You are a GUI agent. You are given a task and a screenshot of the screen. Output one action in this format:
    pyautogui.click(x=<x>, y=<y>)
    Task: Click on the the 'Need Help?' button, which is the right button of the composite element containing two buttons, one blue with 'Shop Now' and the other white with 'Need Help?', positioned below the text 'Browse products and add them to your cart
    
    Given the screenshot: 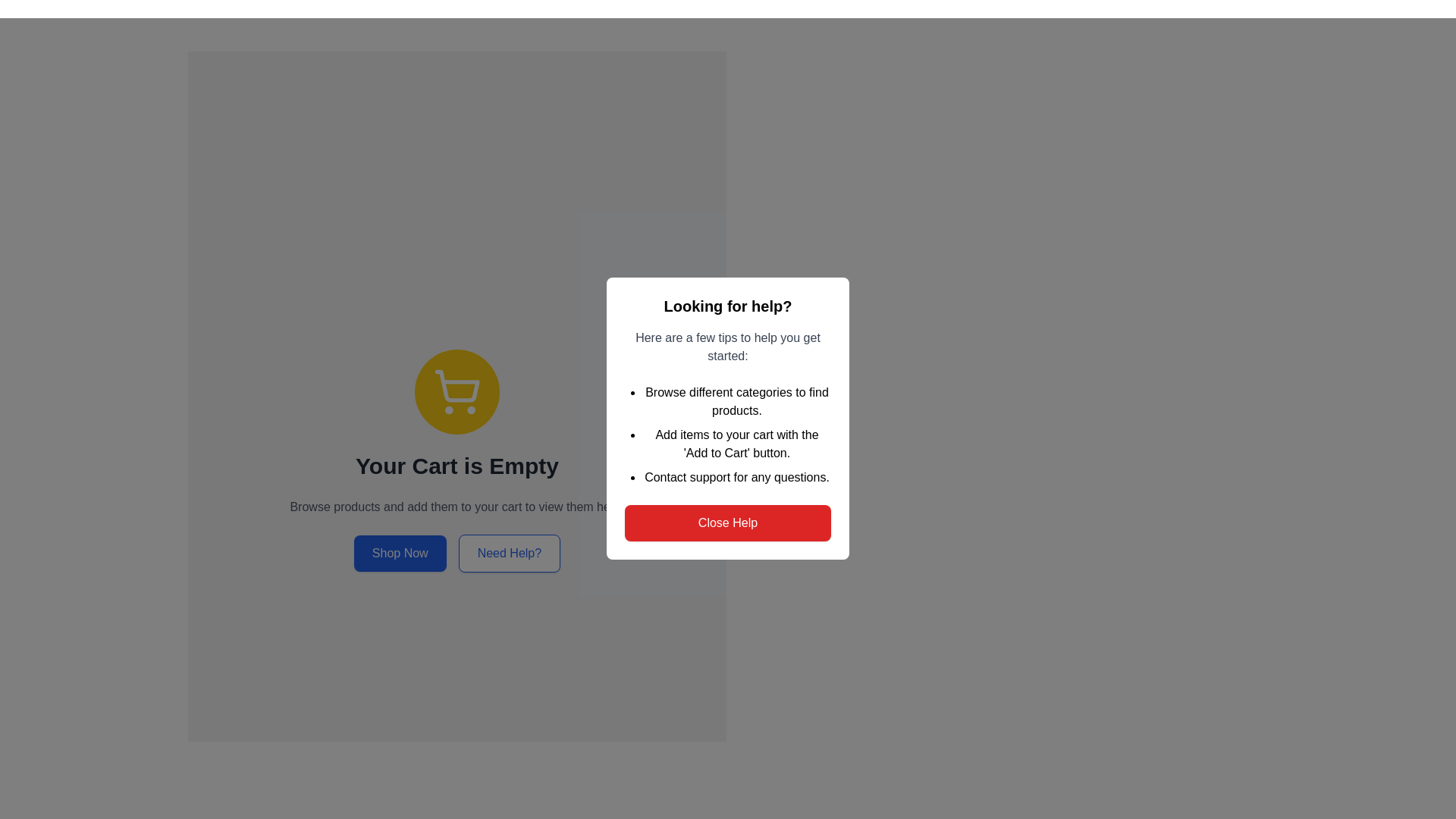 What is the action you would take?
    pyautogui.click(x=457, y=553)
    